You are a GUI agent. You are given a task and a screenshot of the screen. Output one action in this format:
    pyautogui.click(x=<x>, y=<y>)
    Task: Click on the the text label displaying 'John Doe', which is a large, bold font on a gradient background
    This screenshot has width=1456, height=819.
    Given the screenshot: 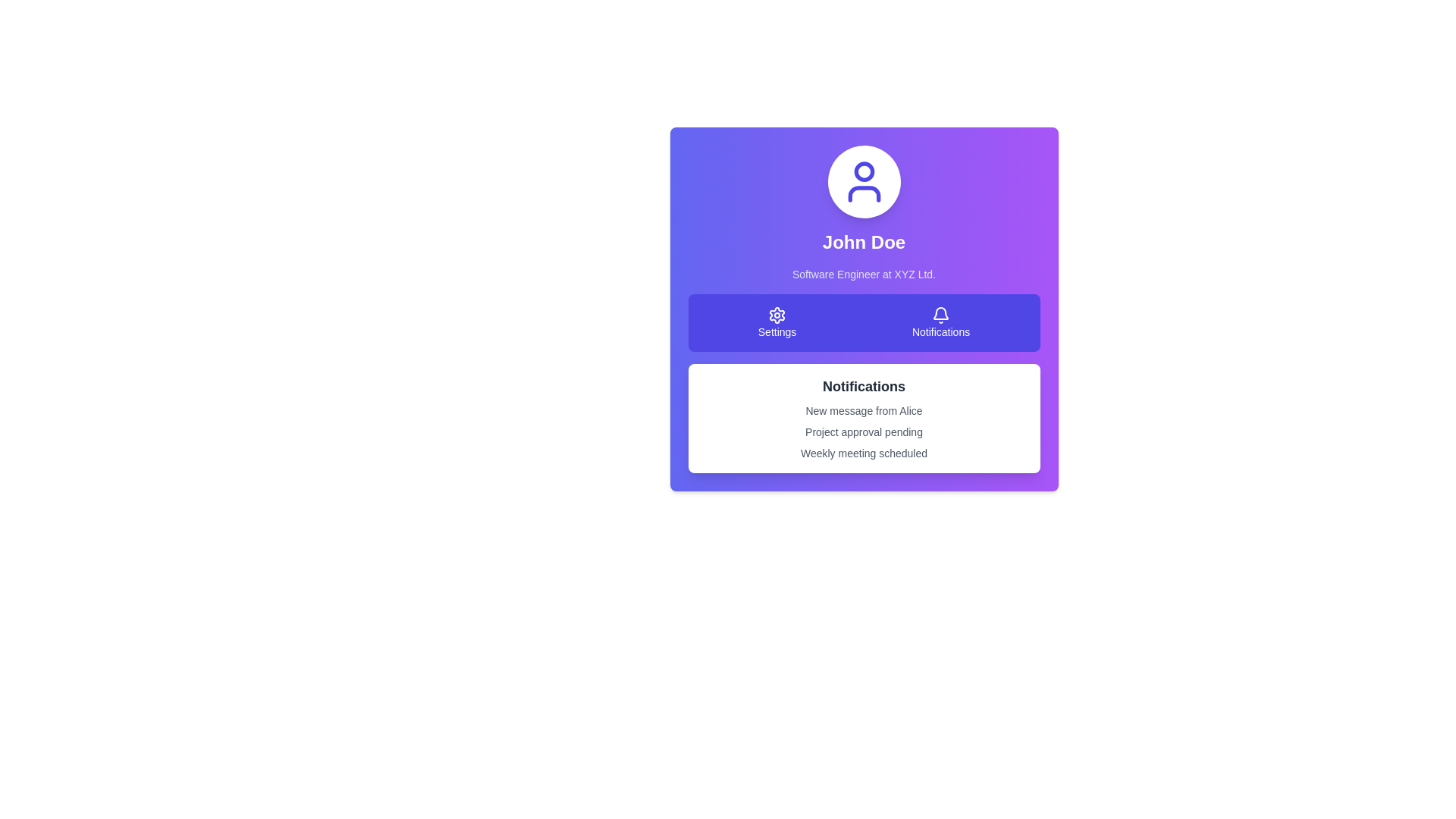 What is the action you would take?
    pyautogui.click(x=864, y=242)
    